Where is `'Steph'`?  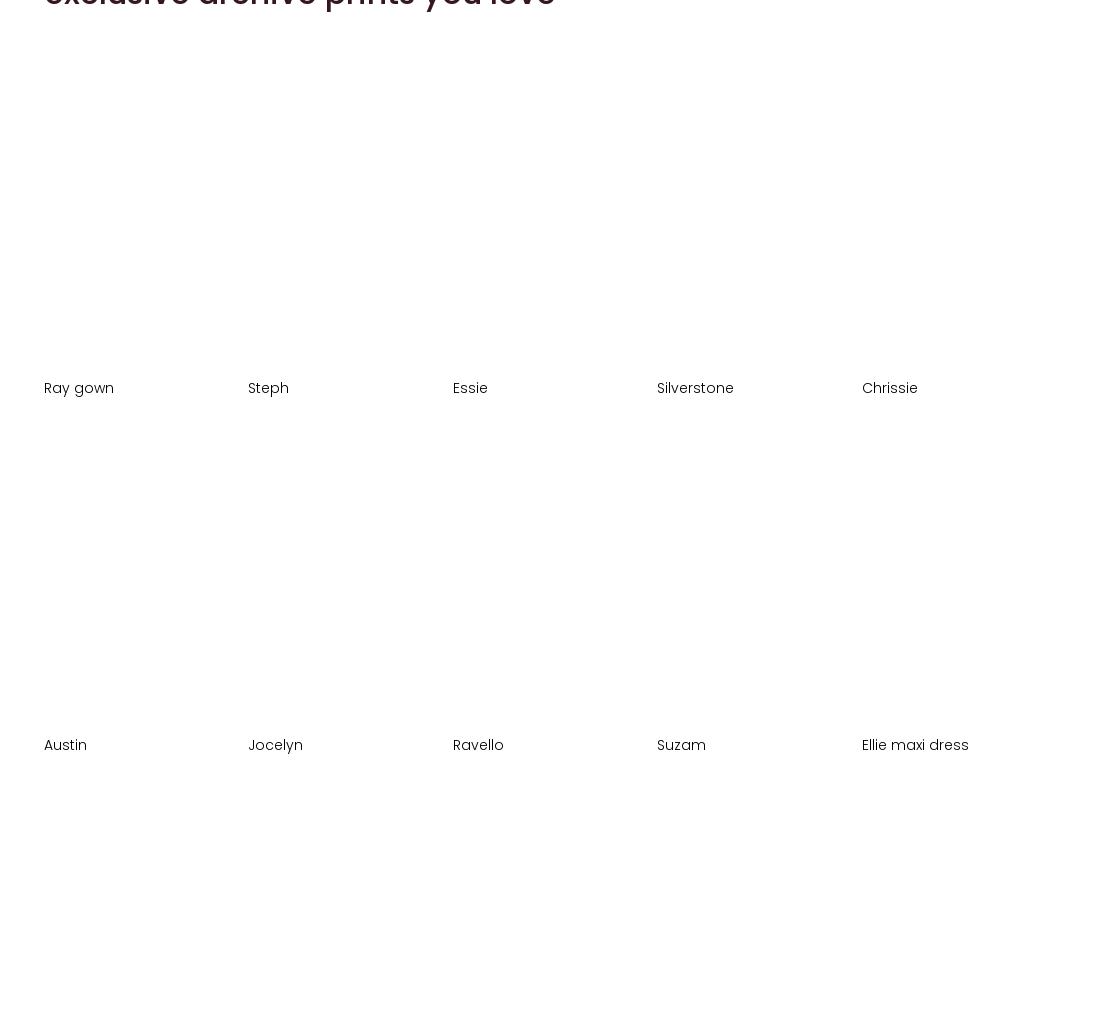
'Steph' is located at coordinates (268, 387).